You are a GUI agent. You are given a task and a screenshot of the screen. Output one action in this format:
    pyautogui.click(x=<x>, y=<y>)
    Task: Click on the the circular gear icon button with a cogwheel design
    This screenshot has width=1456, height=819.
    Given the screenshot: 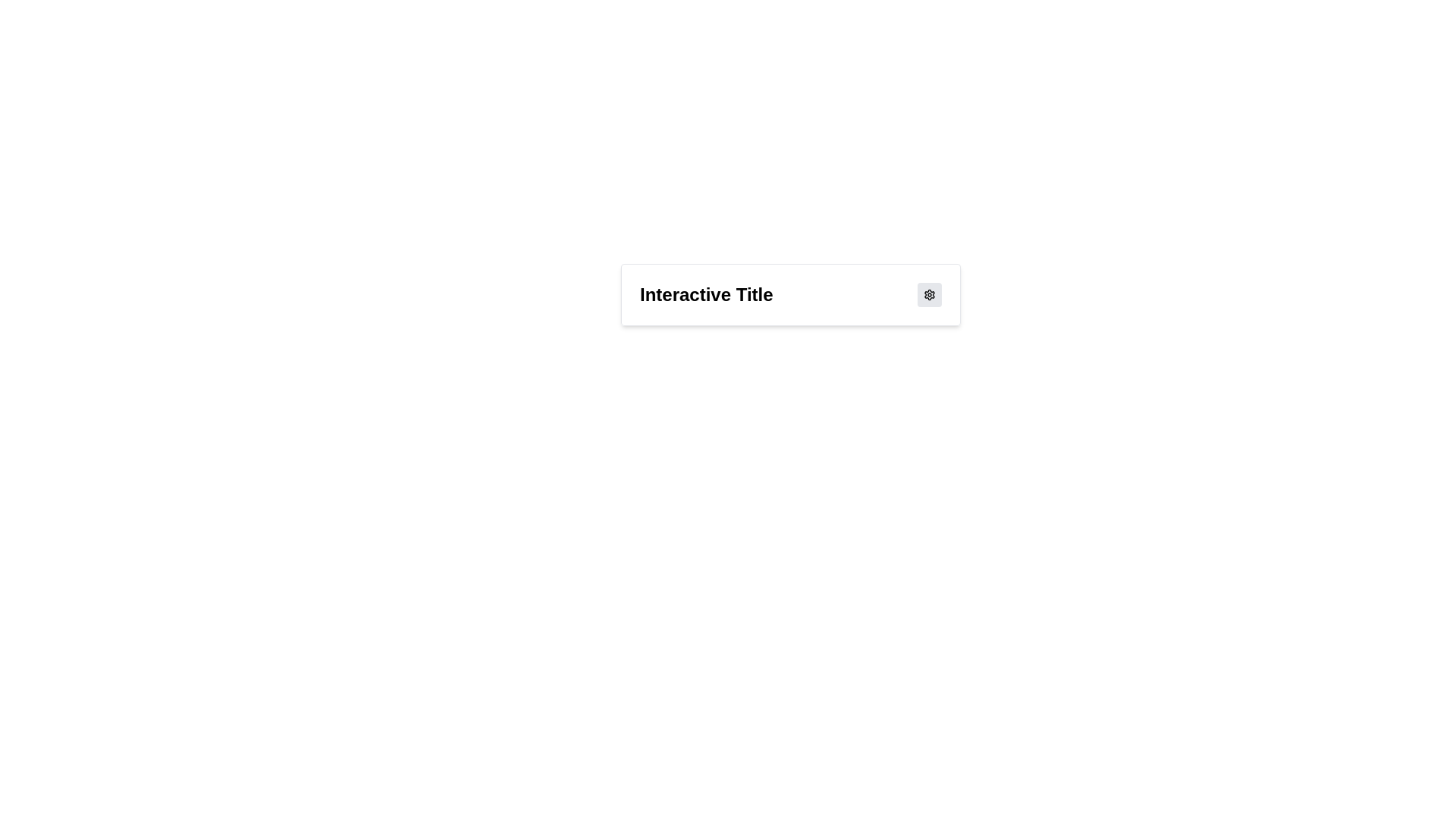 What is the action you would take?
    pyautogui.click(x=928, y=295)
    